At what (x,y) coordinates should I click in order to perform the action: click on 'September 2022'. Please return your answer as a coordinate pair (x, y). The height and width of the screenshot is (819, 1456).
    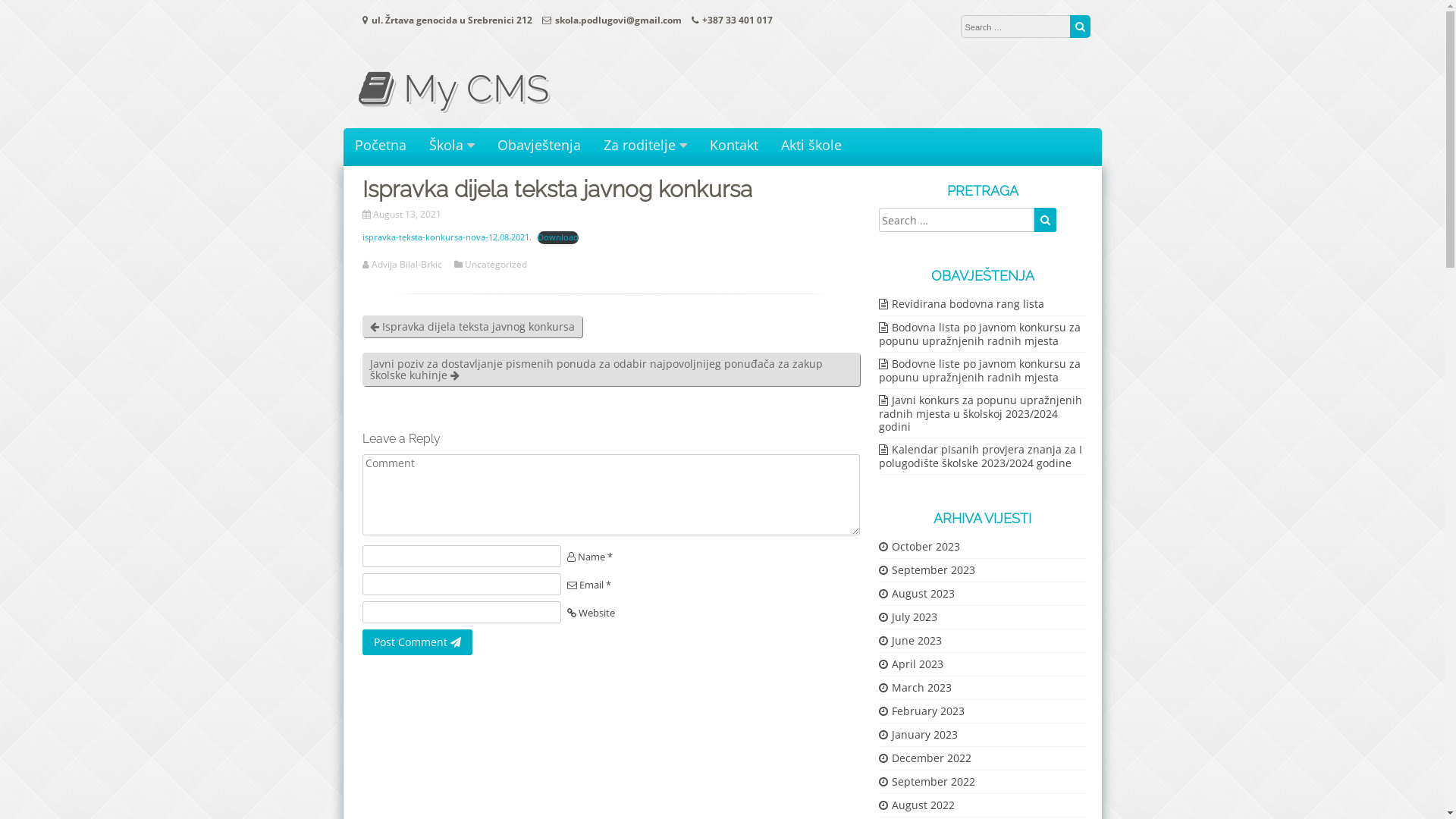
    Looking at the image, I should click on (925, 781).